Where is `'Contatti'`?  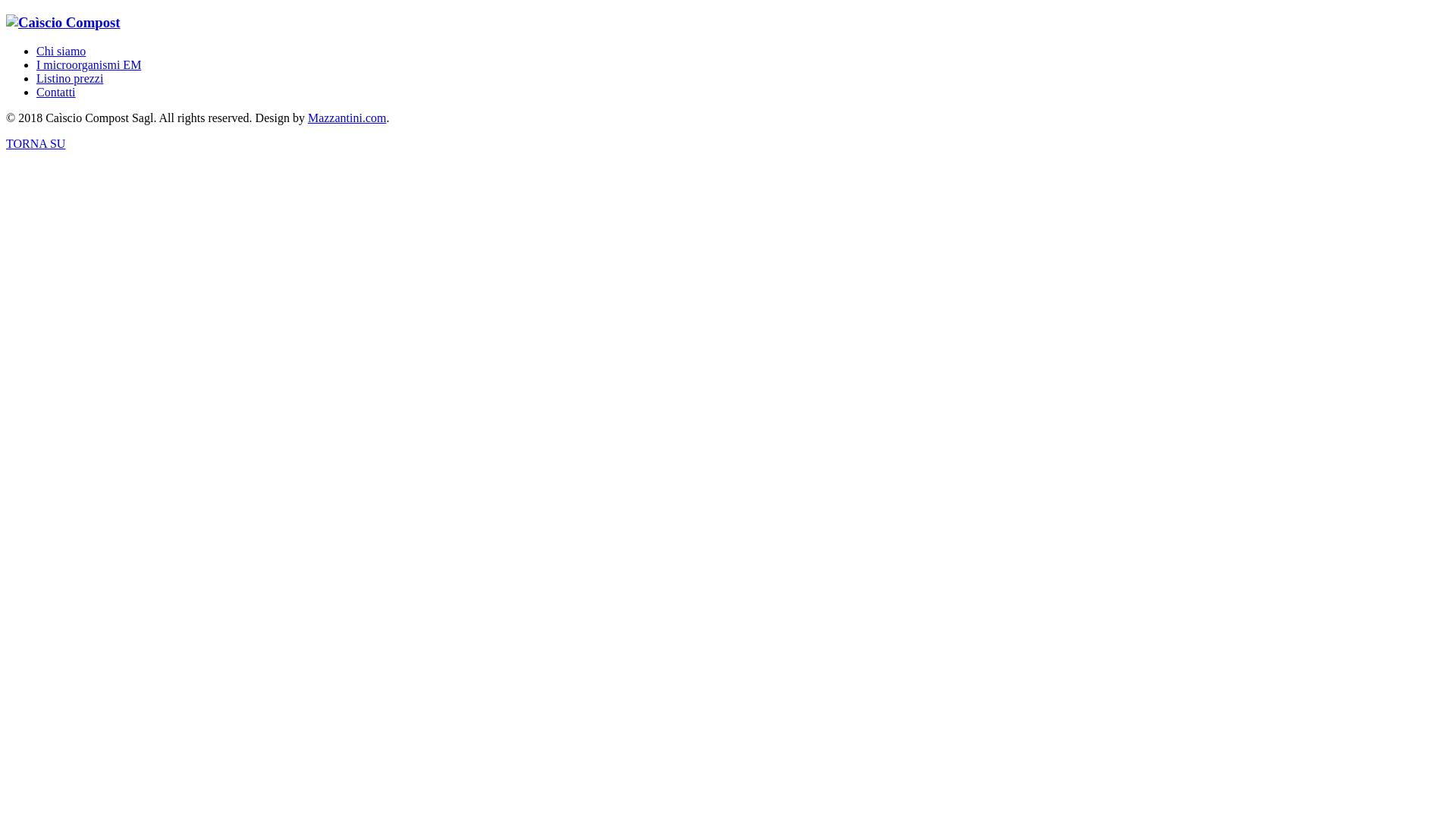 'Contatti' is located at coordinates (55, 92).